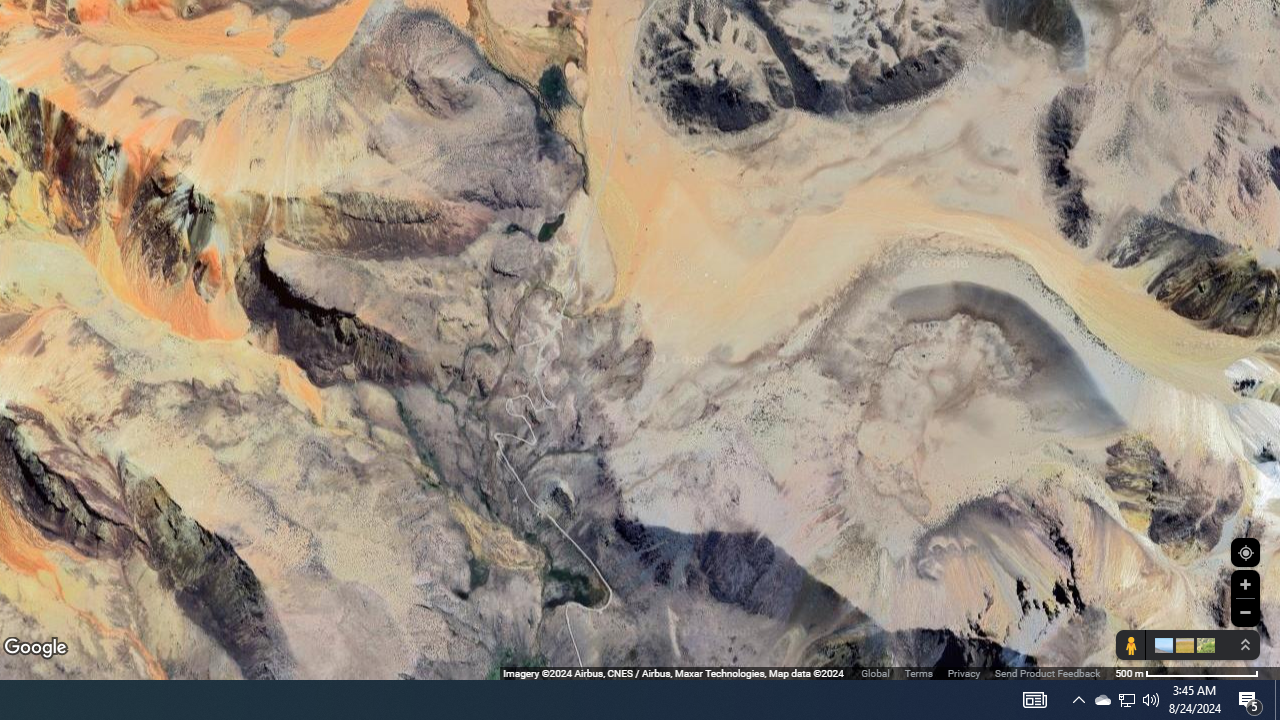 The height and width of the screenshot is (720, 1280). I want to click on 'Show Your Location', so click(1244, 552).